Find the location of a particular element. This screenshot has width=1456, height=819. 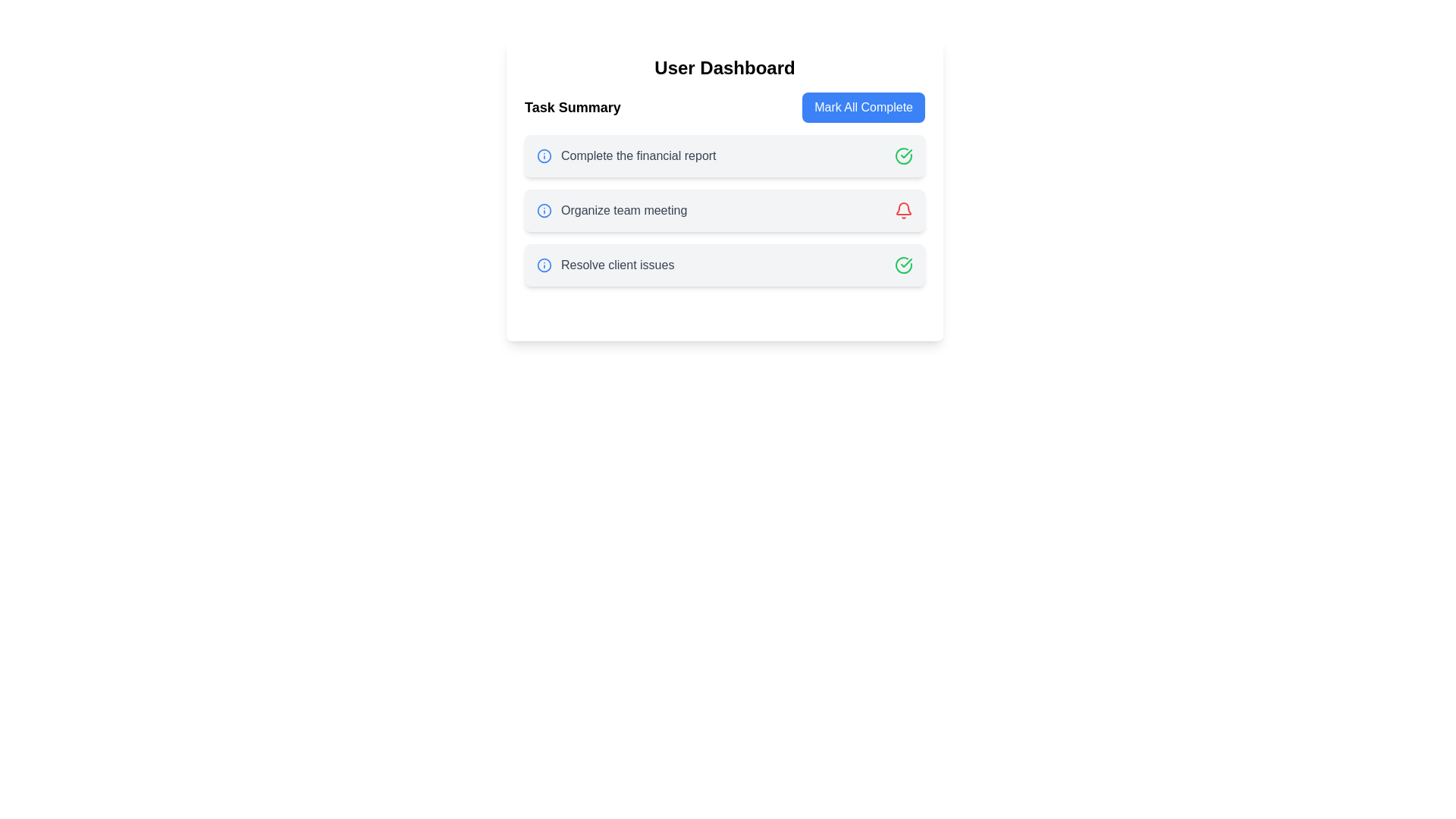

the 'User Dashboard' static text header, which is a large, bold title displayed at the top of a white panel is located at coordinates (723, 67).